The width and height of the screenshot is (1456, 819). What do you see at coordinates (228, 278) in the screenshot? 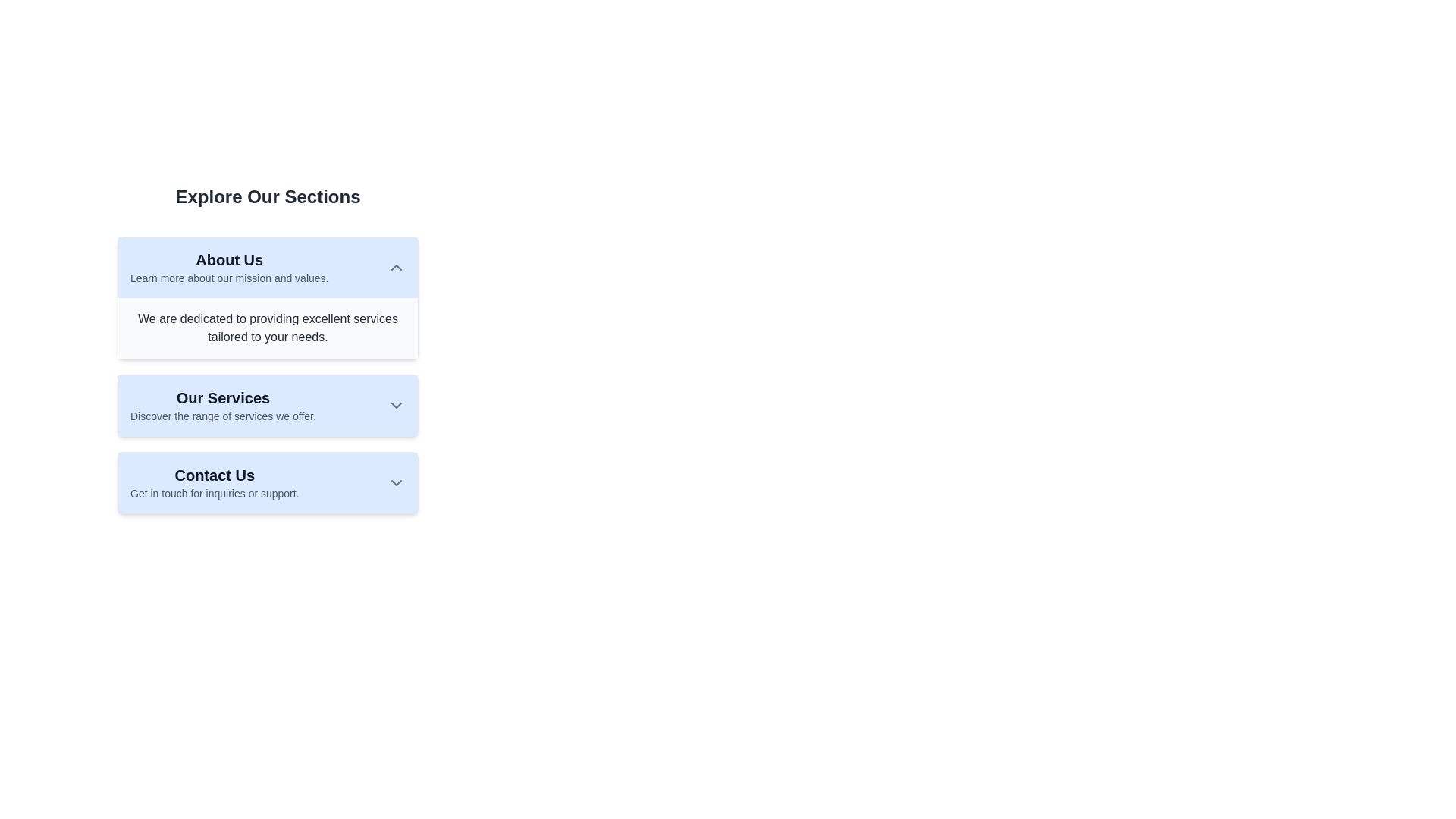
I see `the descriptive text block located directly underneath the 'About Us' heading in the first collapsible section` at bounding box center [228, 278].